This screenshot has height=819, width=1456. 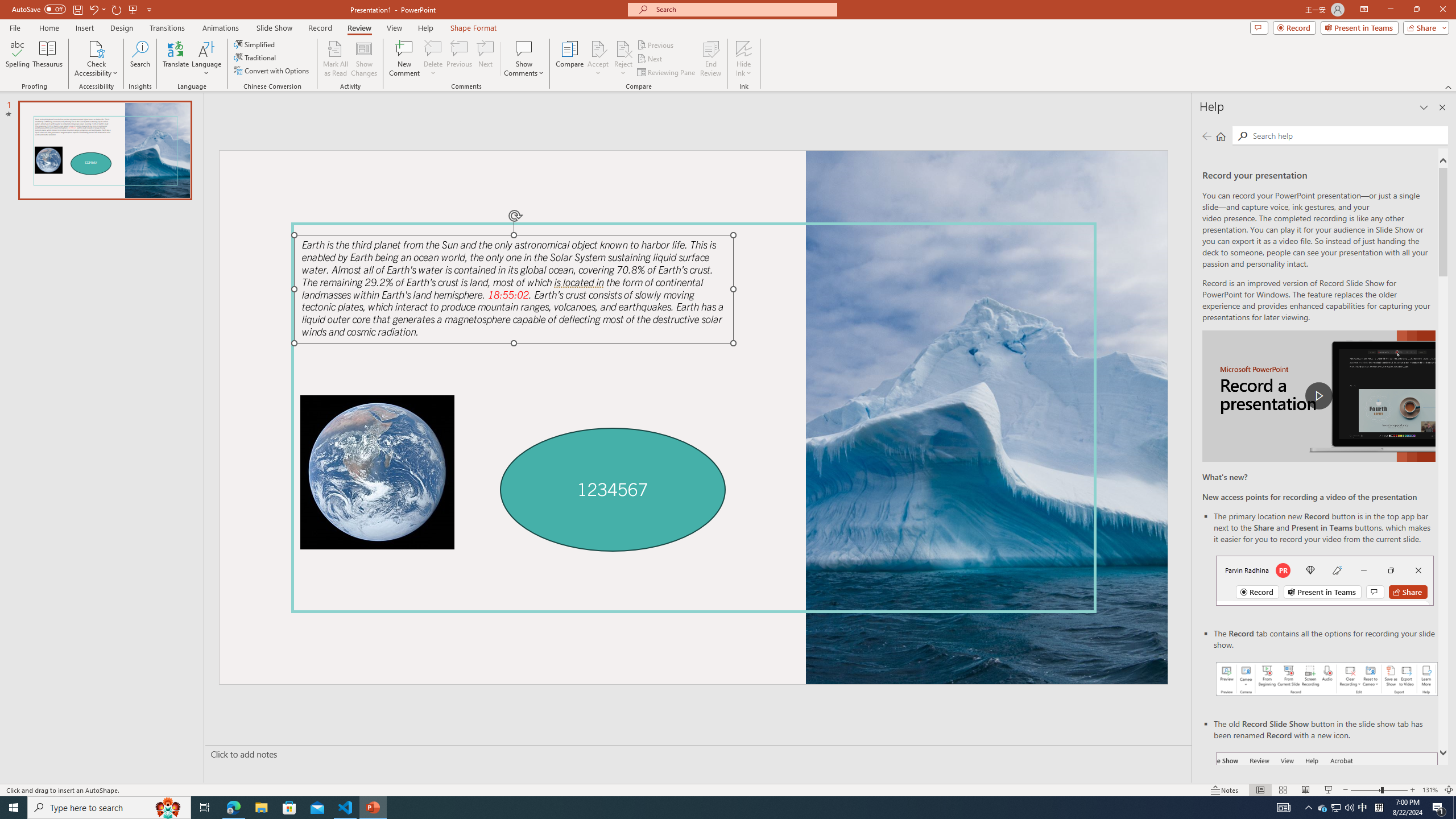 What do you see at coordinates (176, 59) in the screenshot?
I see `'Translate'` at bounding box center [176, 59].